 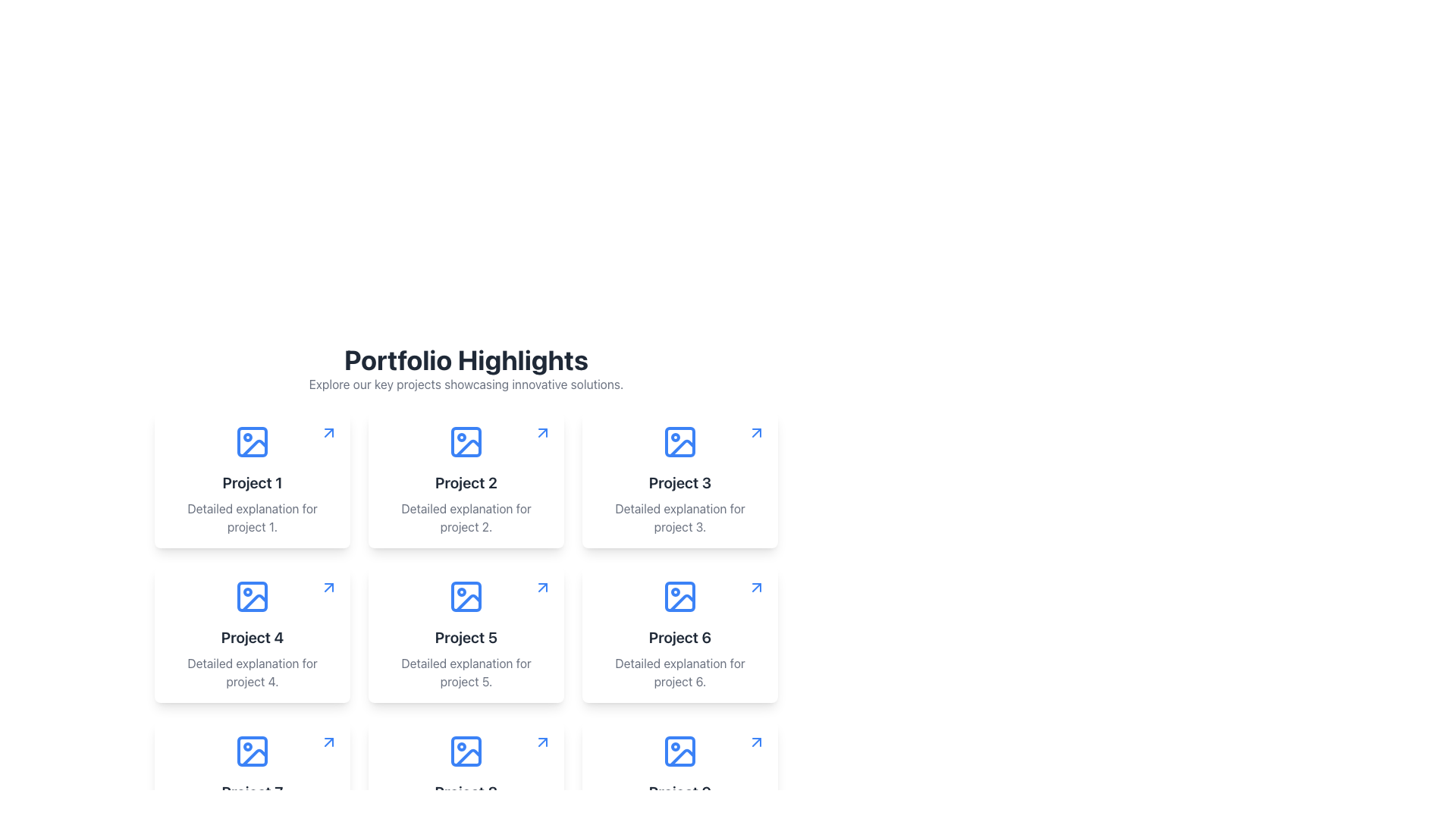 What do you see at coordinates (328, 587) in the screenshot?
I see `the upward-pointing arrow indicator located in the top right corner of the 'Project 4' card in the second row of the layout` at bounding box center [328, 587].